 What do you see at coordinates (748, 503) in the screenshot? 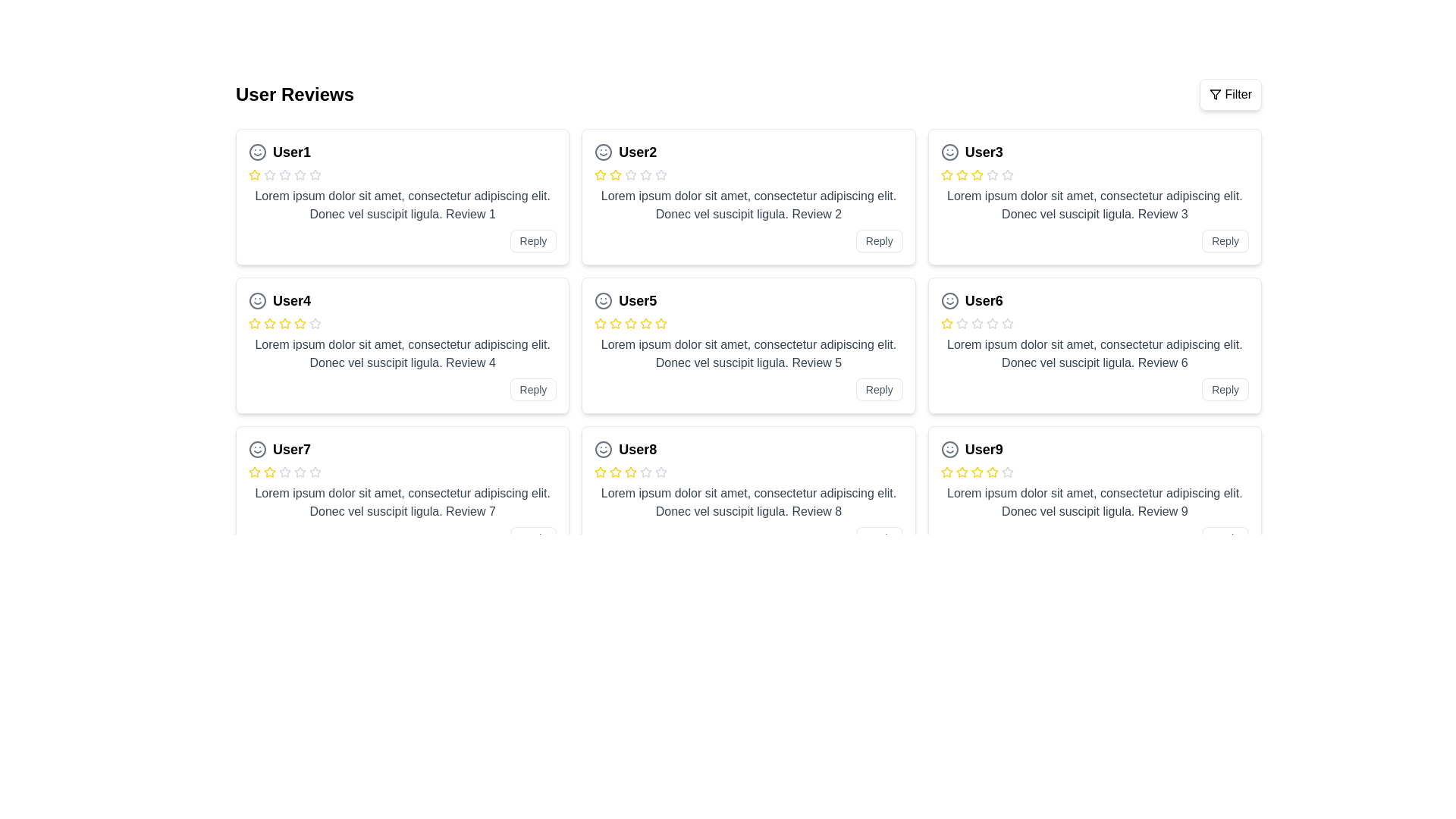
I see `the paragraph of text styled in a compact, gray font that displays the content: 'Lorem ipsum dolor sit amet, consectetur adipiscing elit. Donec vel suscipit ligula. Review 8.', located below the 'User8' label and rating stars in the User8 review card` at bounding box center [748, 503].